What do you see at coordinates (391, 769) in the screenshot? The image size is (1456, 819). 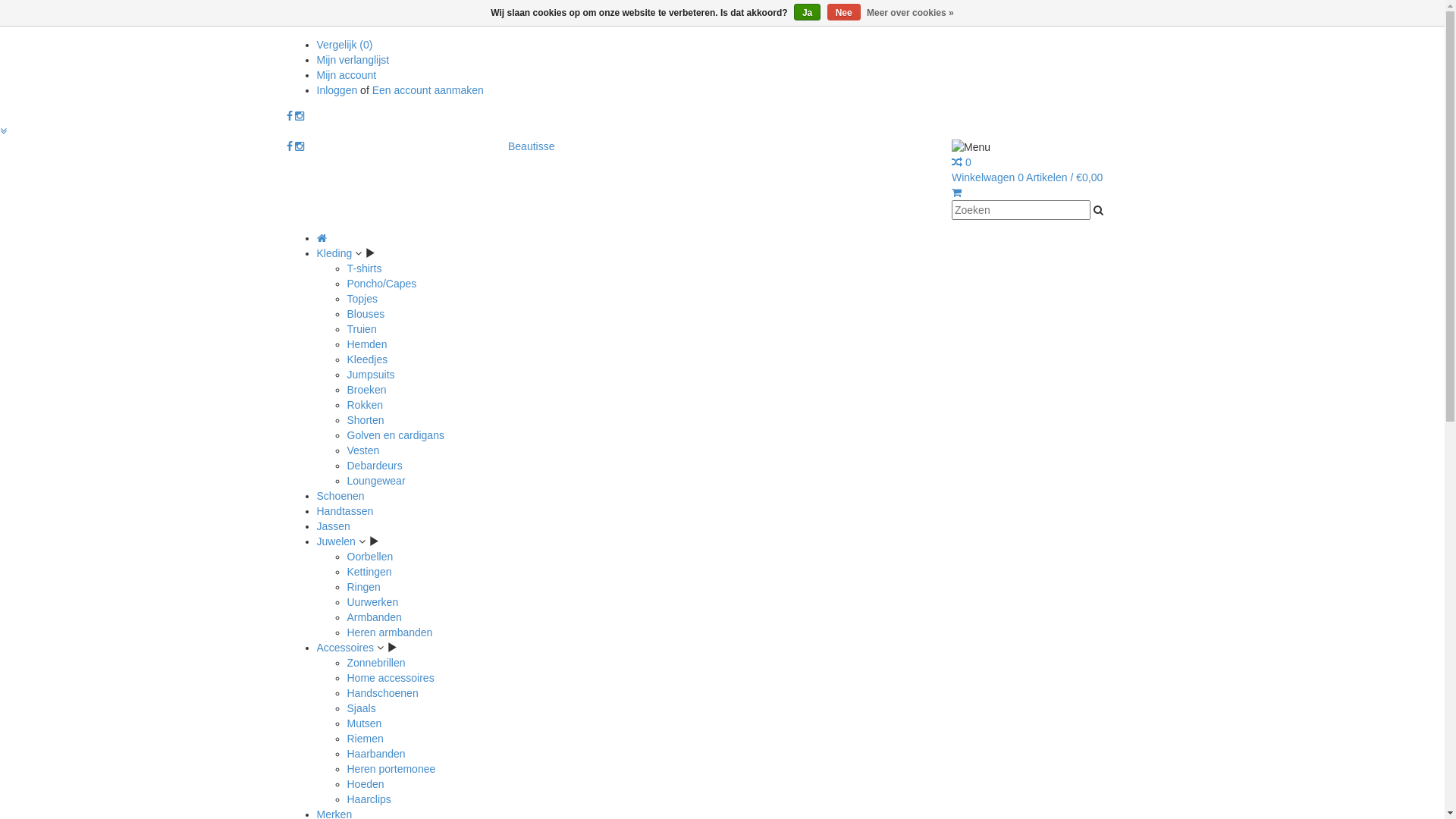 I see `'Heren portemonee'` at bounding box center [391, 769].